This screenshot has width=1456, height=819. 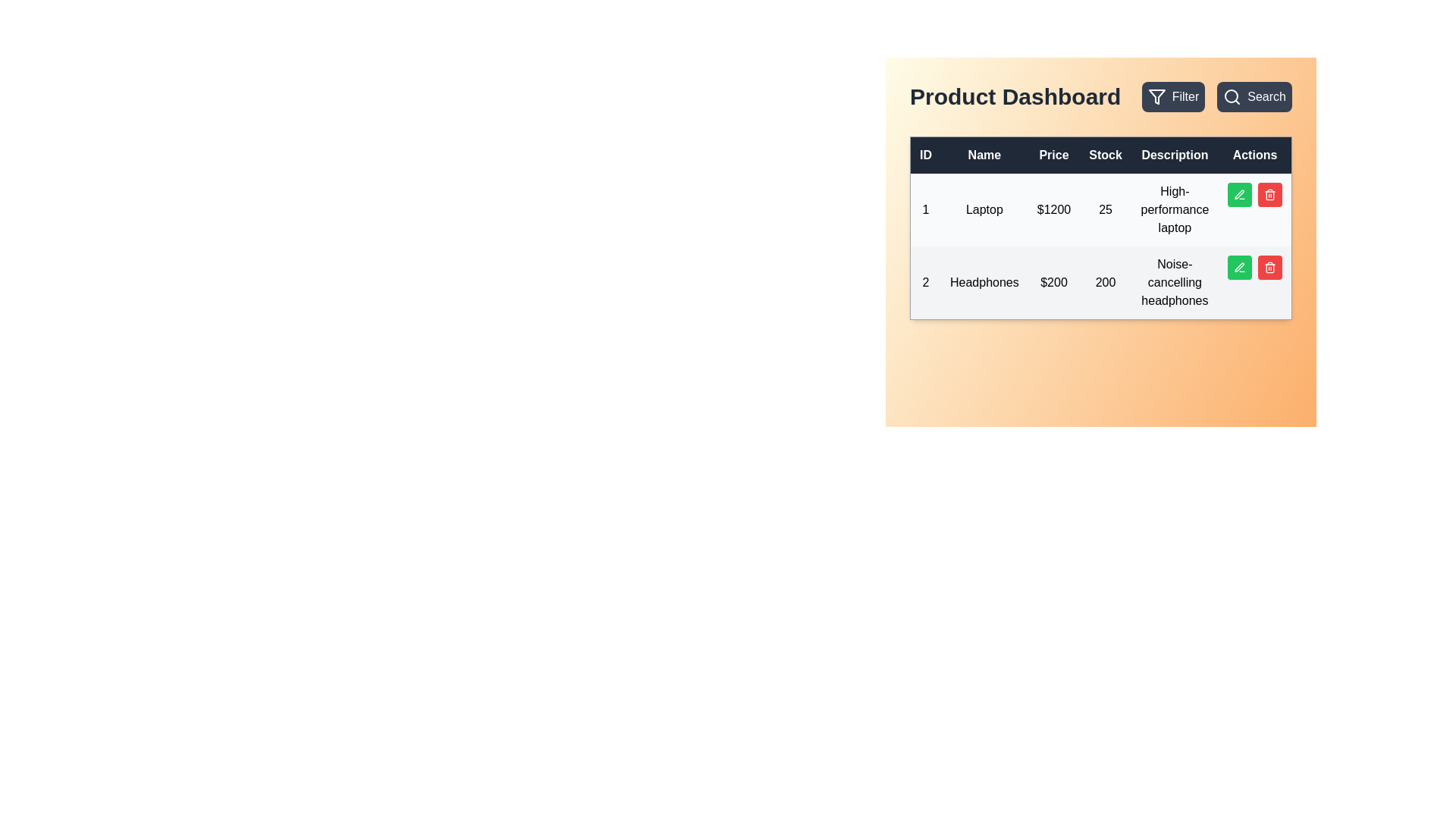 What do you see at coordinates (1156, 96) in the screenshot?
I see `the filter icon, which is a white funnel located within a rounded rectangular button labeled 'Filter' in the top-right section of the interface` at bounding box center [1156, 96].